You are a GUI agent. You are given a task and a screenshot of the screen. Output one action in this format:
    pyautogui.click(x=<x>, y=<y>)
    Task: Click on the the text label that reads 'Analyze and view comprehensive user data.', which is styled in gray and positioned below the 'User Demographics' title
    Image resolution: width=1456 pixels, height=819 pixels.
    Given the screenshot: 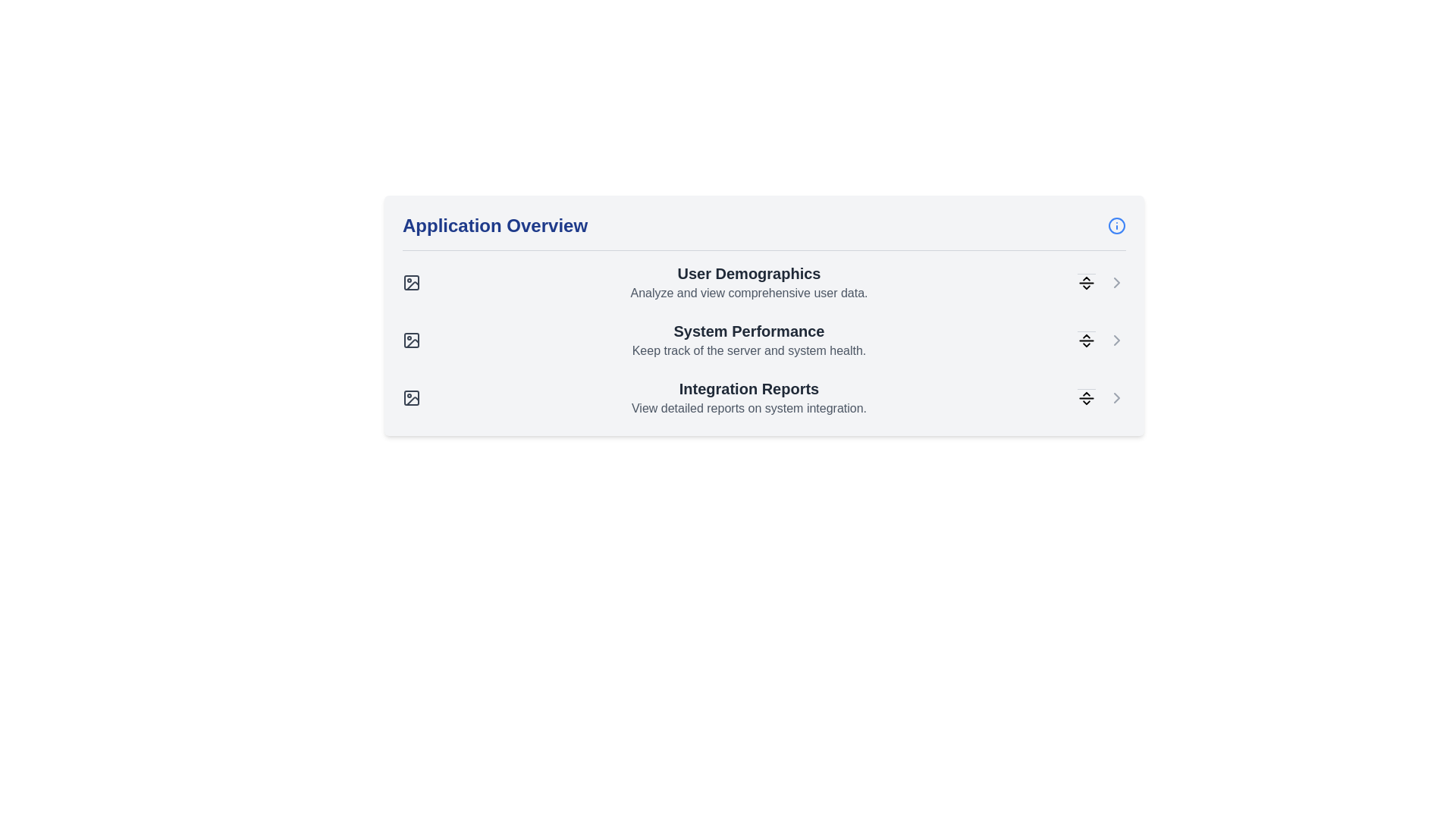 What is the action you would take?
    pyautogui.click(x=749, y=293)
    